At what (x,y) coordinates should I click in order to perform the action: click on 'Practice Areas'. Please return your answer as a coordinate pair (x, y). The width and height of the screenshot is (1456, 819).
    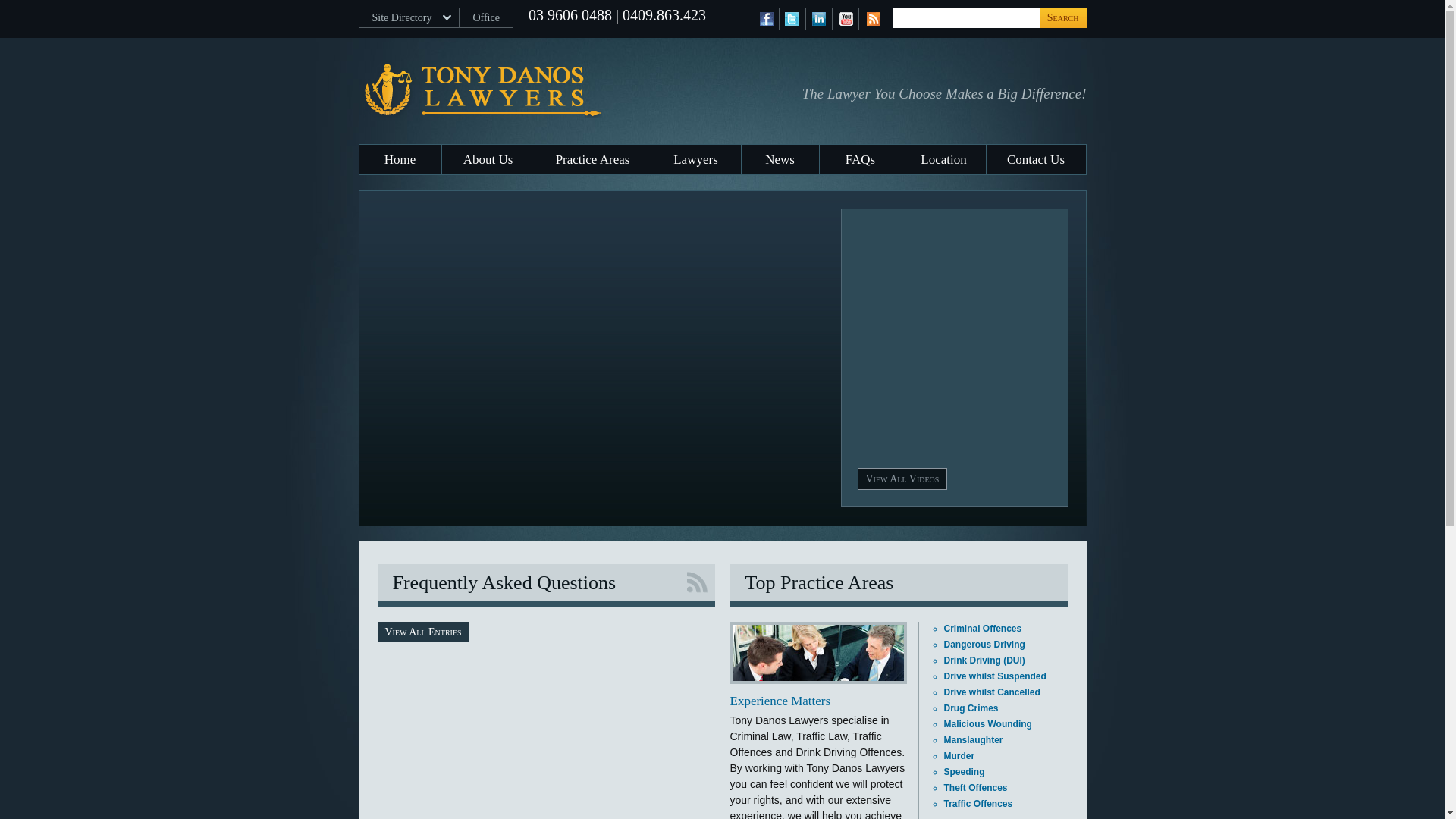
    Looking at the image, I should click on (535, 159).